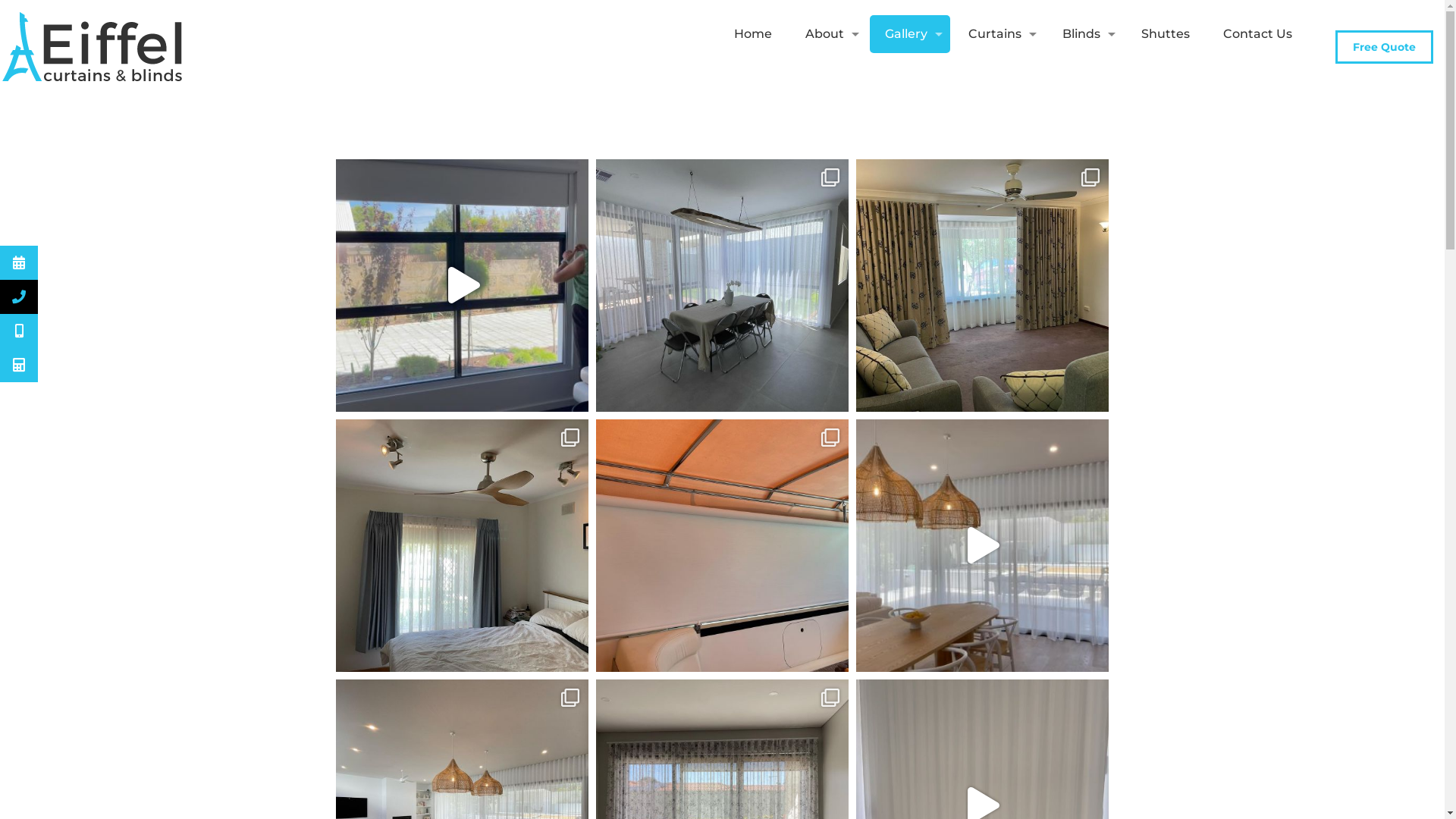 This screenshot has width=1456, height=819. What do you see at coordinates (1164, 34) in the screenshot?
I see `'Shuttes'` at bounding box center [1164, 34].